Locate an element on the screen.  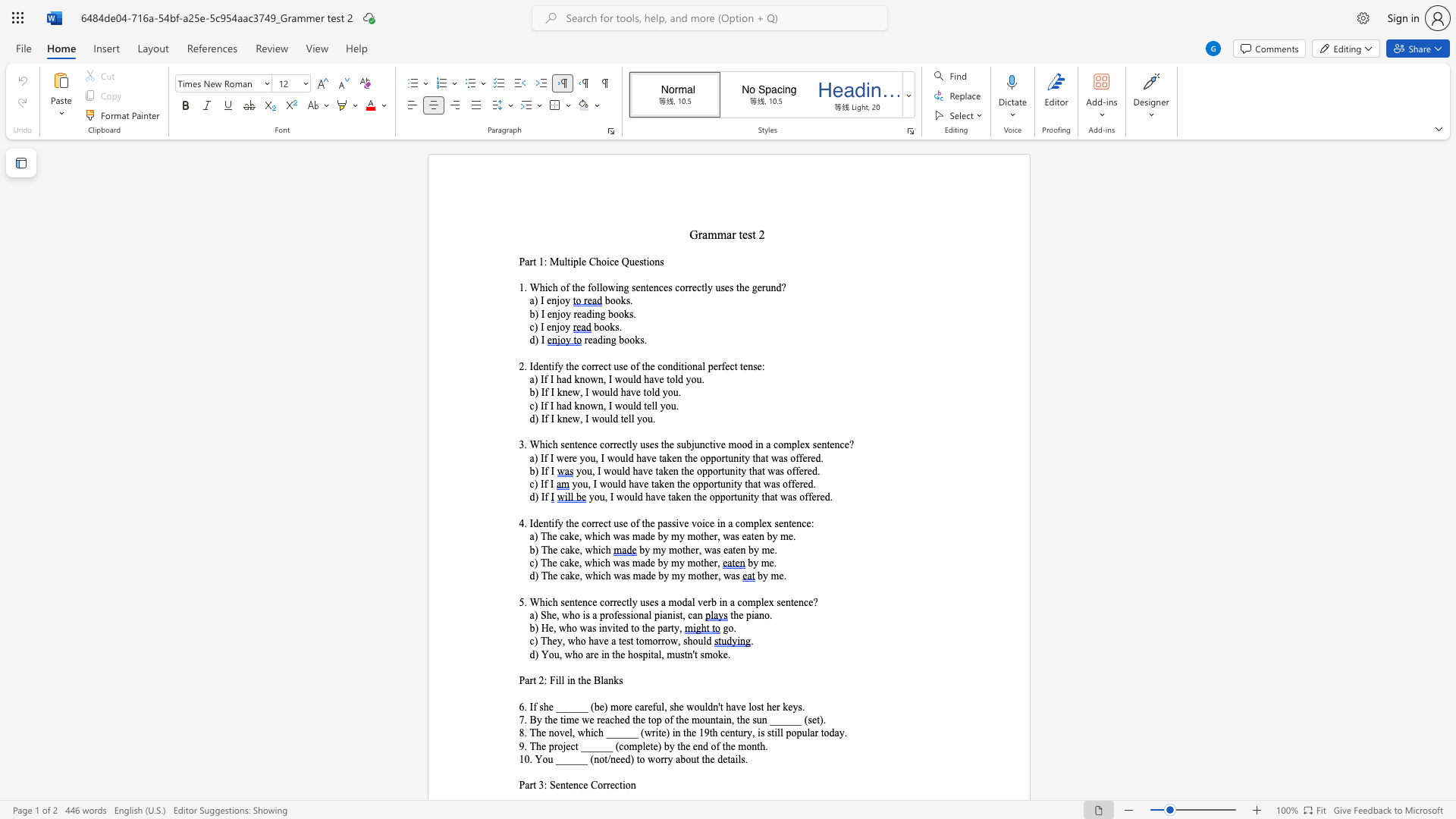
the space between the continuous character "t" and "e" in the text is located at coordinates (742, 234).